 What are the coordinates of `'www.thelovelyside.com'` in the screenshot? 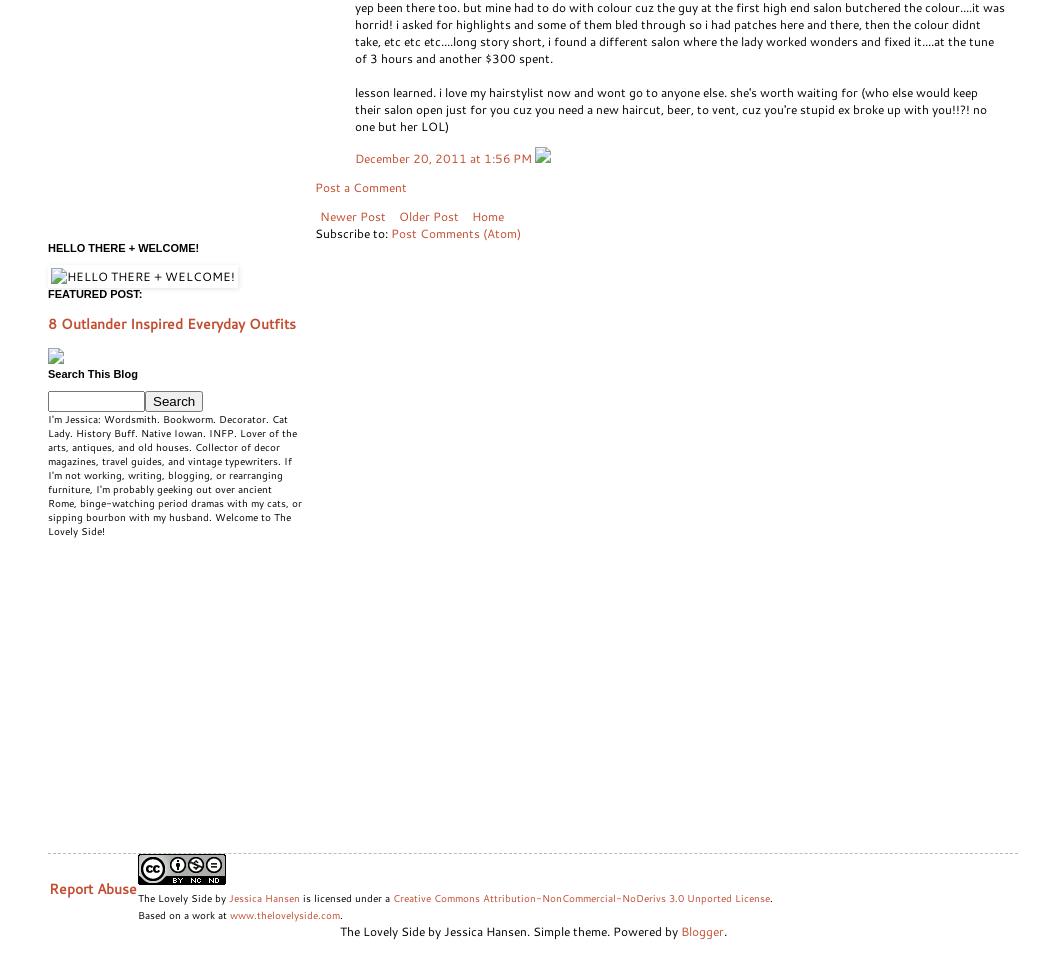 It's located at (230, 914).